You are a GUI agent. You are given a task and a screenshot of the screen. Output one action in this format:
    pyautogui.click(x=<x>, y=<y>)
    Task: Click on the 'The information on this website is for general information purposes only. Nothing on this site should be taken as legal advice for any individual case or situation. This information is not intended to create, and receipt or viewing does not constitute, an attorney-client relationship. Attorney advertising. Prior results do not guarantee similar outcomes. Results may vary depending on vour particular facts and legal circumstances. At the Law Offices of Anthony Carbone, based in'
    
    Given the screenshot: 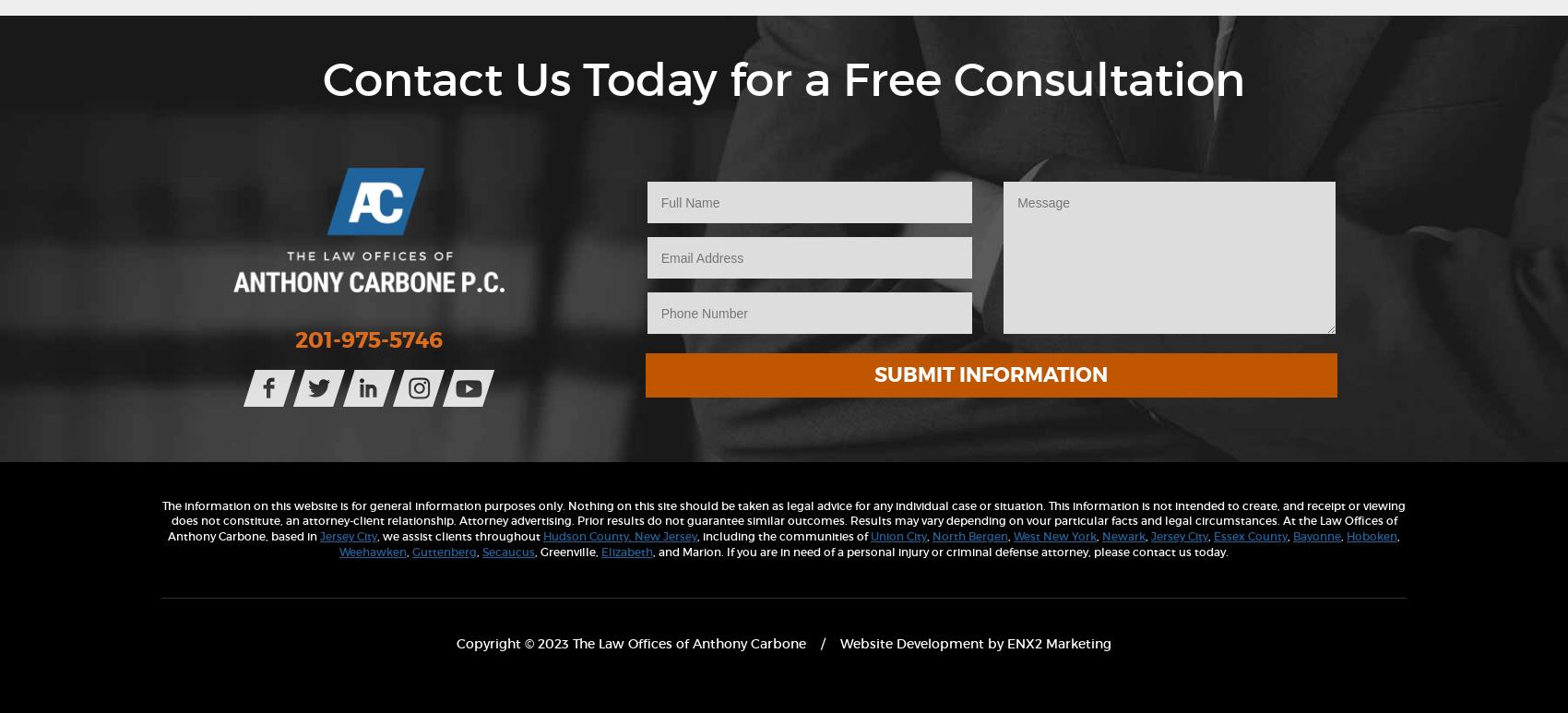 What is the action you would take?
    pyautogui.click(x=784, y=520)
    